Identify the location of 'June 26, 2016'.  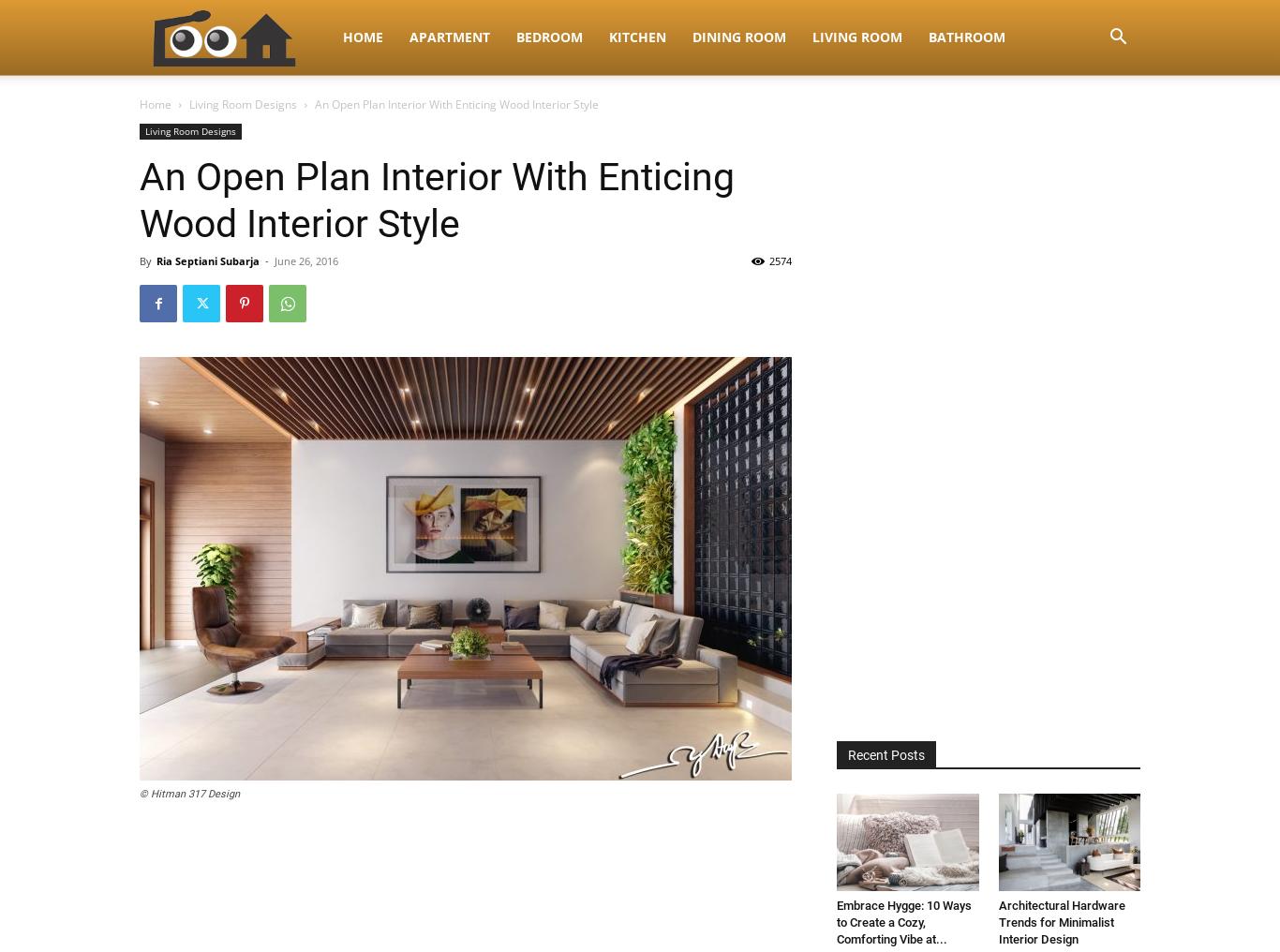
(306, 260).